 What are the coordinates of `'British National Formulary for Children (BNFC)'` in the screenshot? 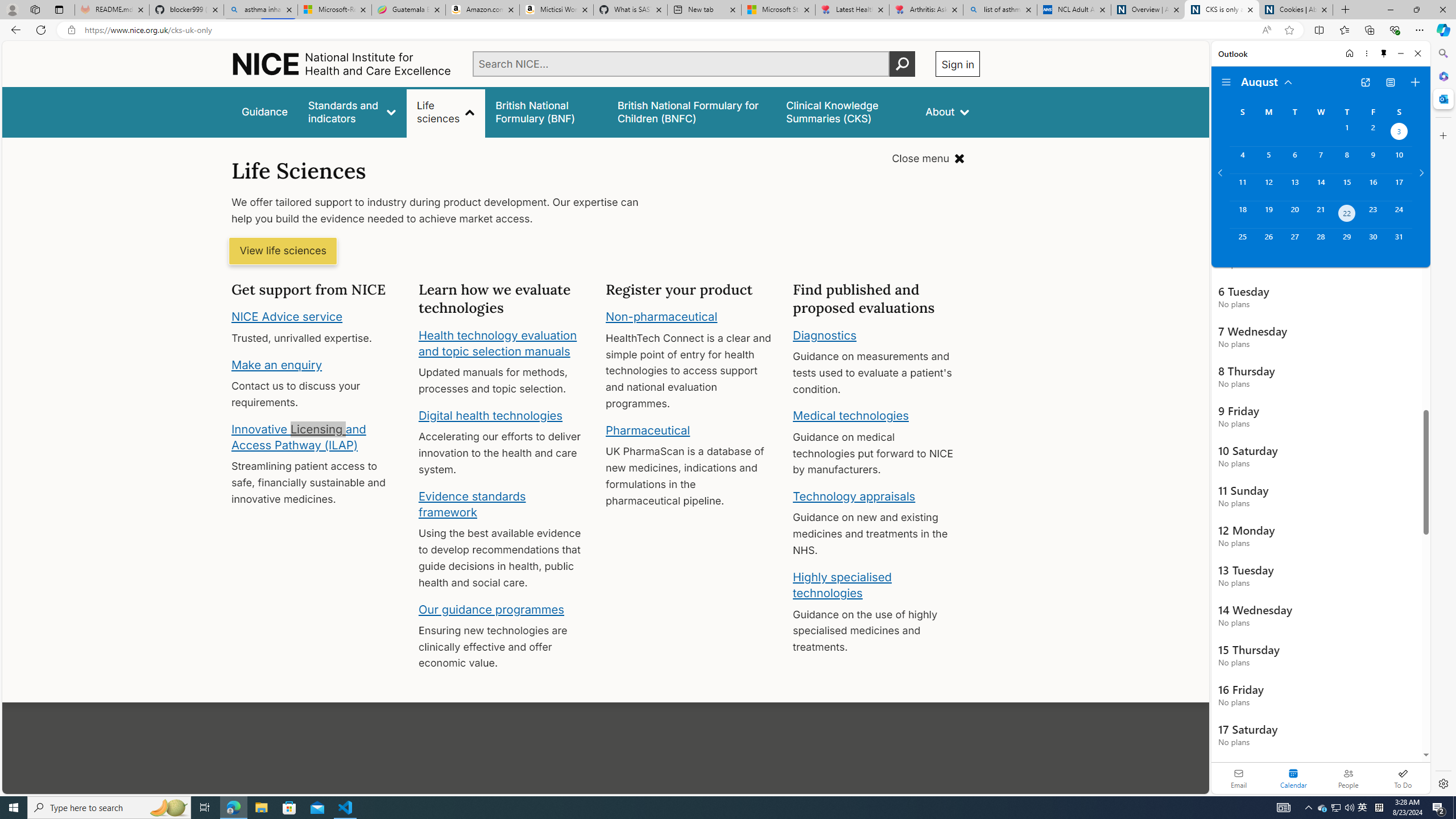 It's located at (691, 111).